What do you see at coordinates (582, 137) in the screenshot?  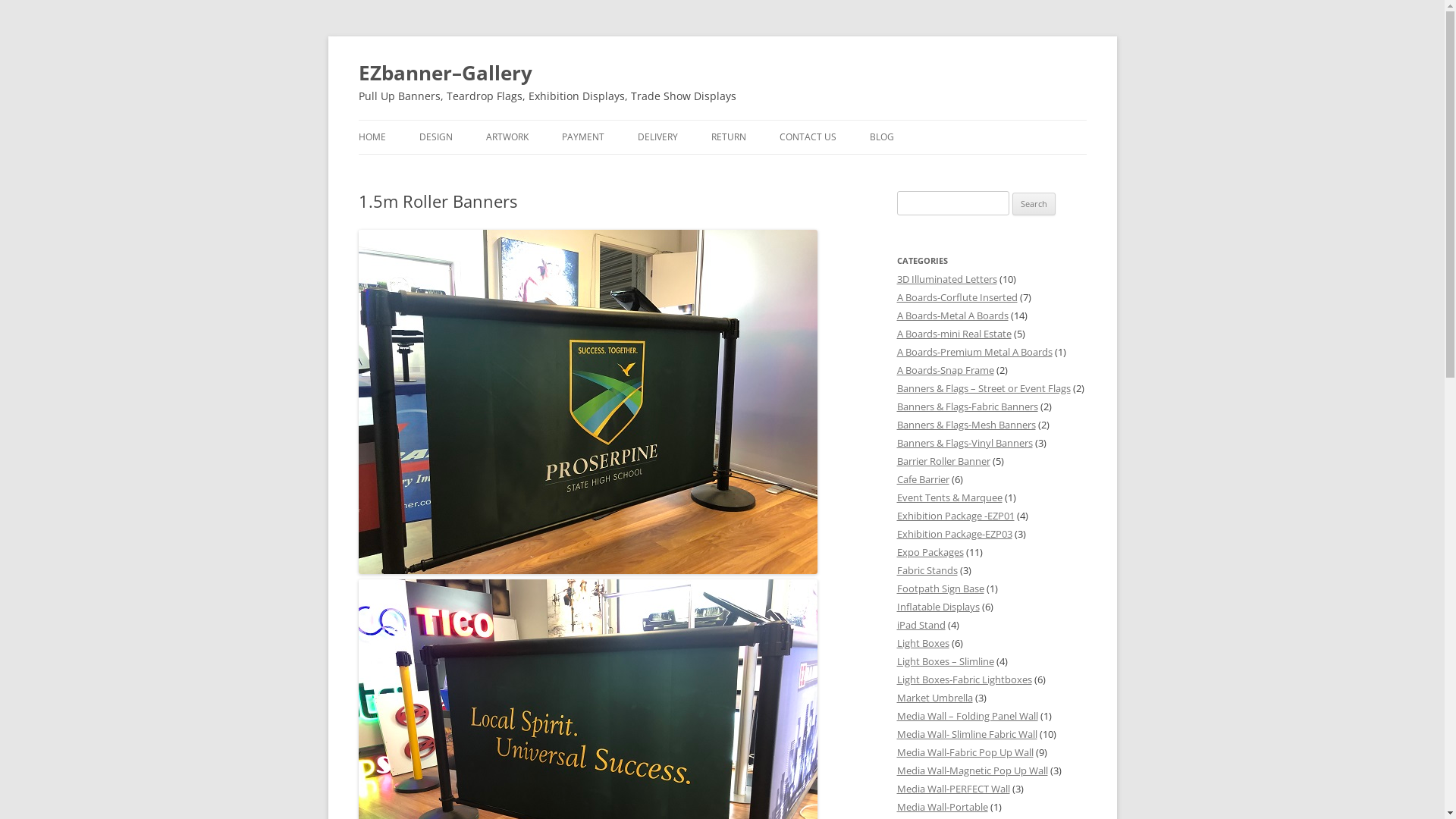 I see `'PAYMENT'` at bounding box center [582, 137].